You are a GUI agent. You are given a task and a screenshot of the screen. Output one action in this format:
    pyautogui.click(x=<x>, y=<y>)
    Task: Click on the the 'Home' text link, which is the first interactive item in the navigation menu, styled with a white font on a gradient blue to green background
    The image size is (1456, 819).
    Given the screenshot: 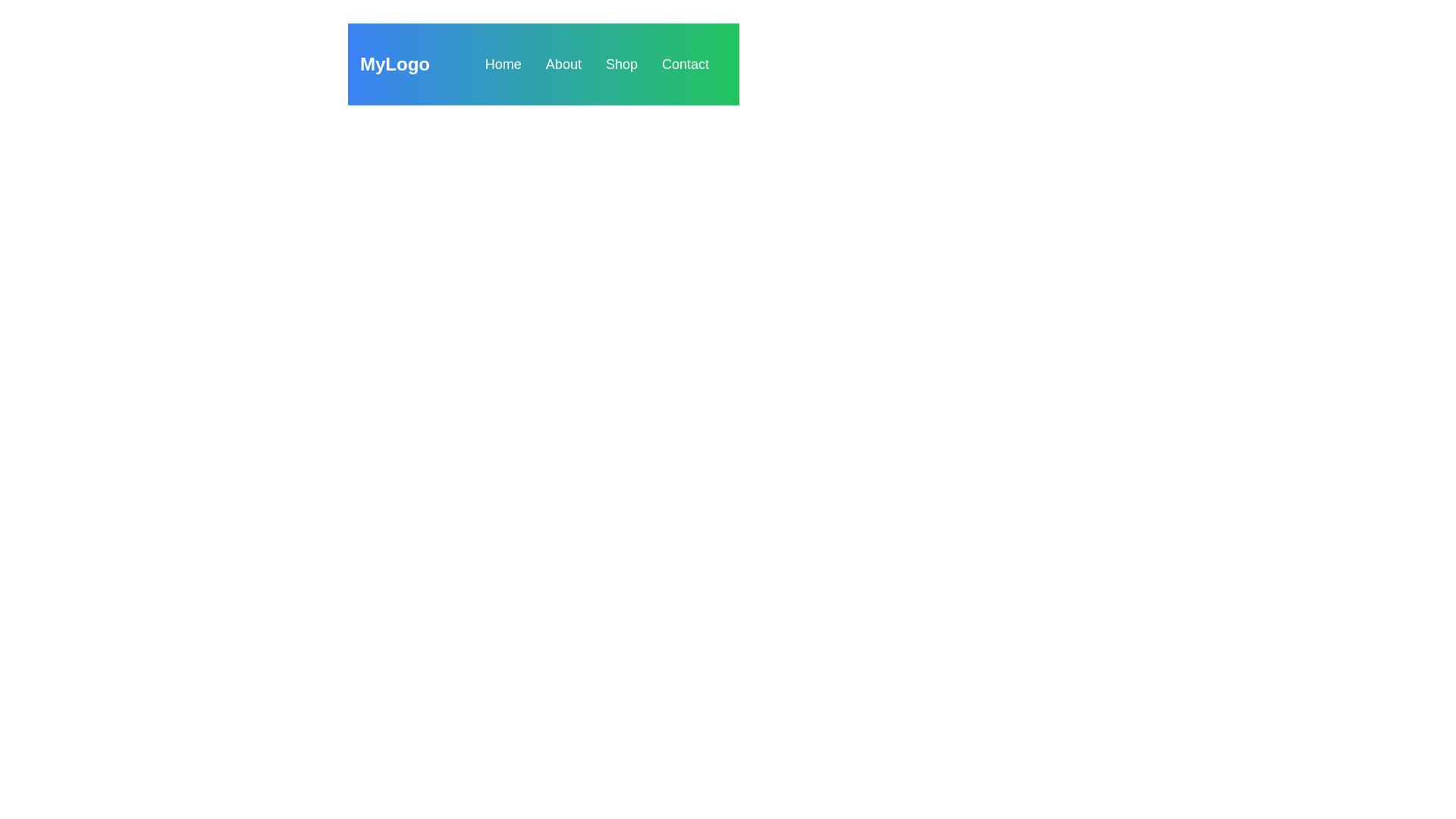 What is the action you would take?
    pyautogui.click(x=503, y=63)
    